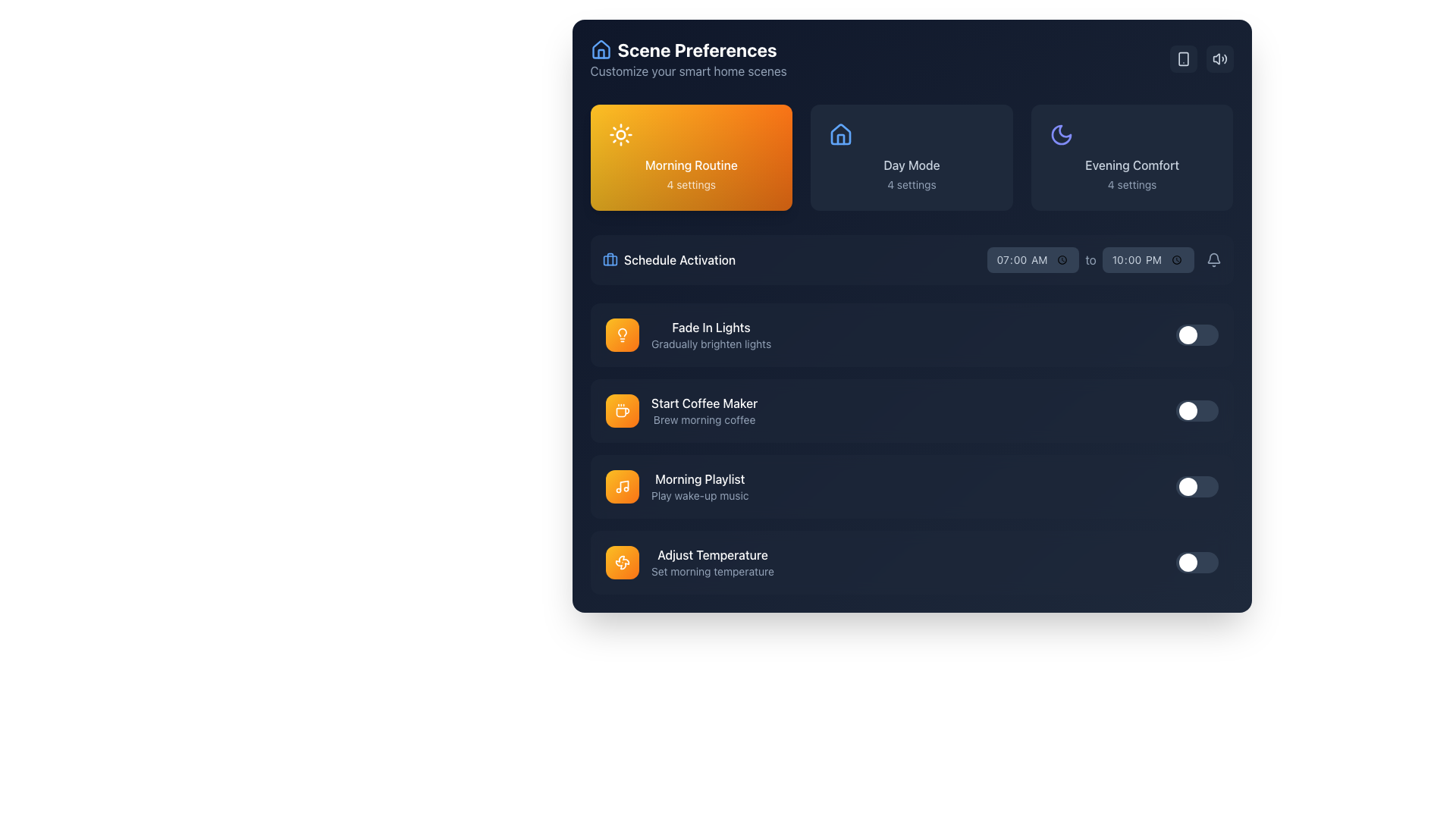  What do you see at coordinates (1196, 411) in the screenshot?
I see `the toggle switch located at the far right of the row associated with the 'Start Coffee Maker' option in the 'Scene Preferences' menu to change its state` at bounding box center [1196, 411].